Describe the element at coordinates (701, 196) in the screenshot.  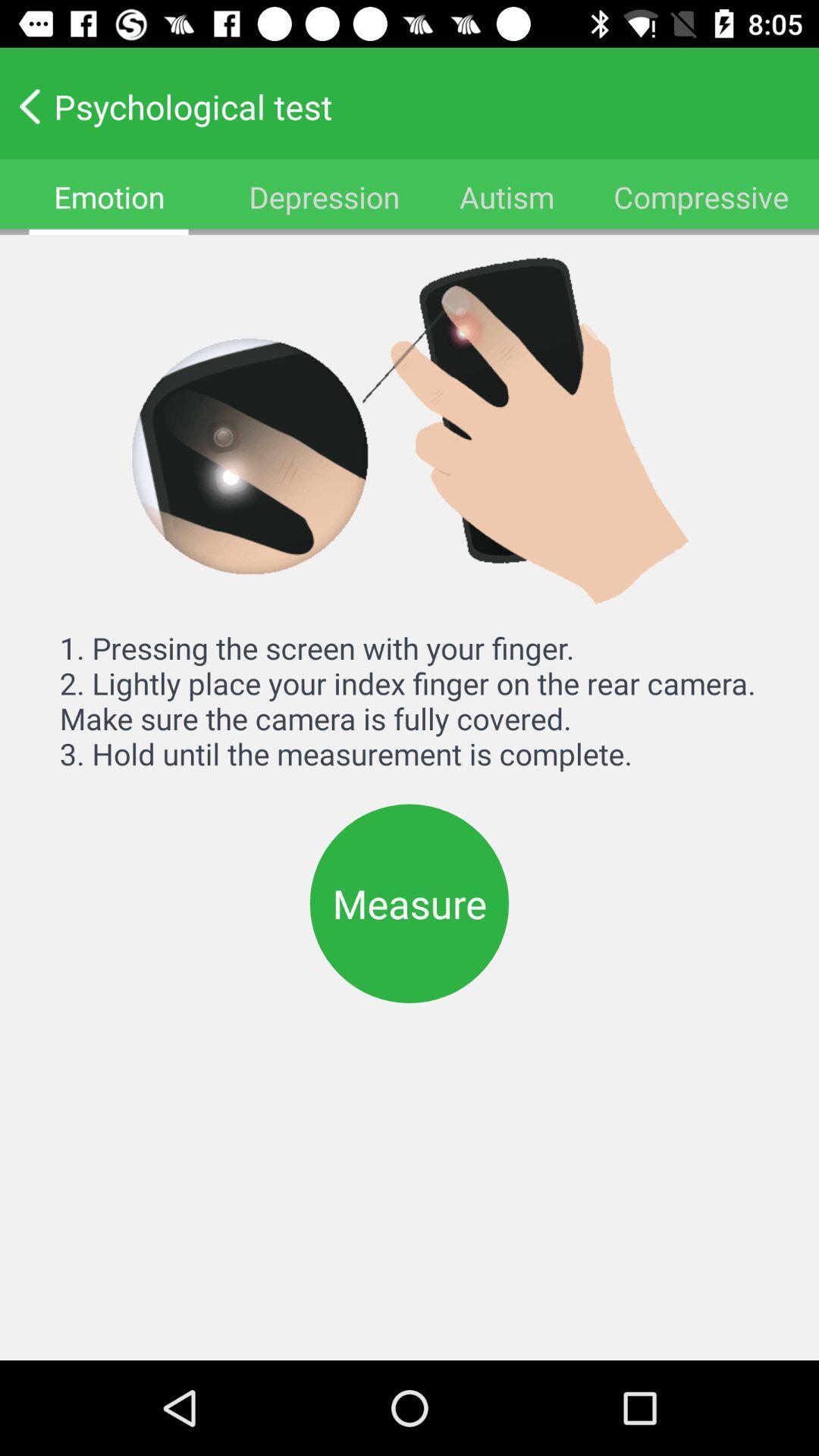
I see `the compressive` at that location.